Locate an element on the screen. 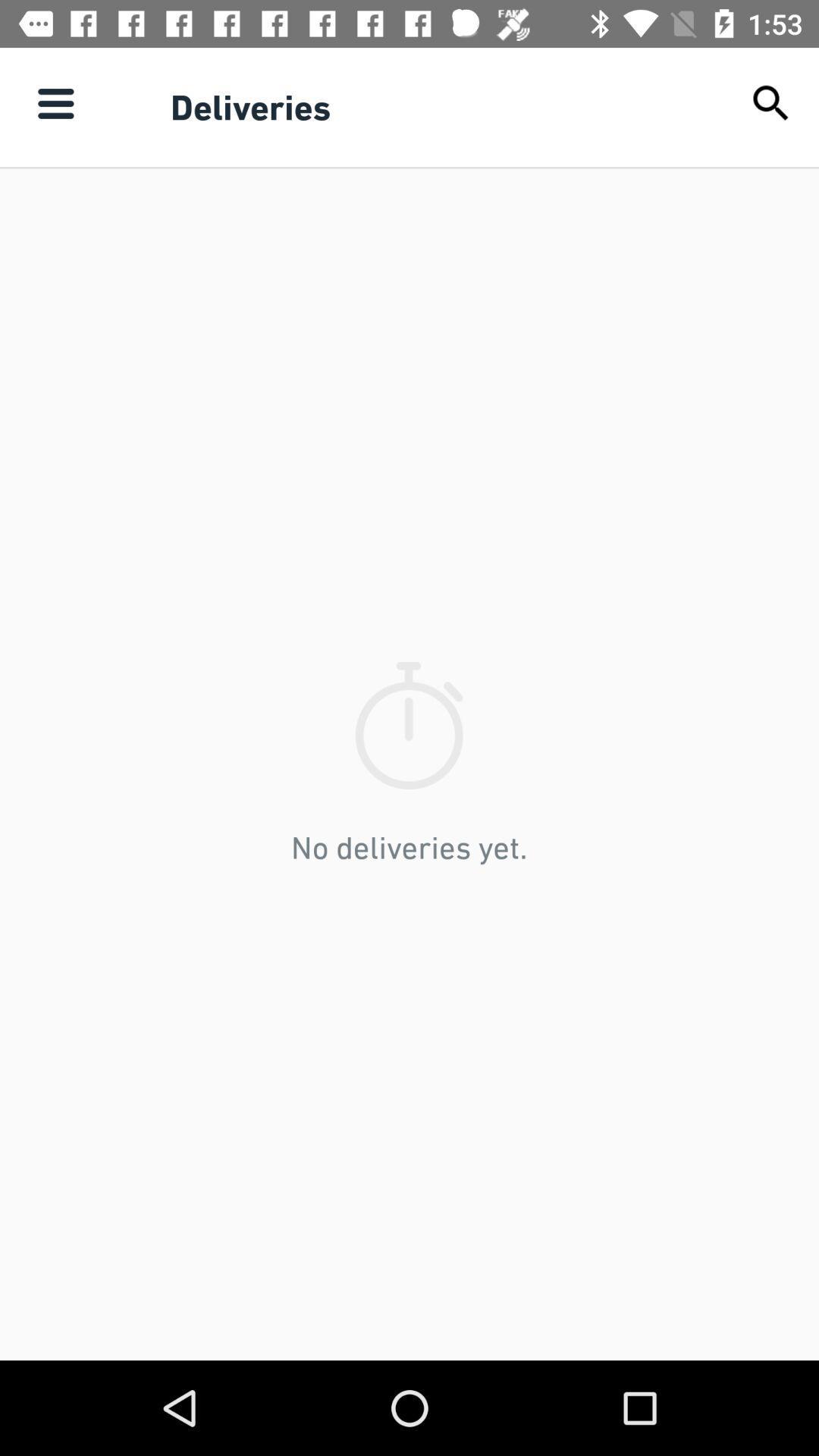  the icon next to deliveries is located at coordinates (55, 102).